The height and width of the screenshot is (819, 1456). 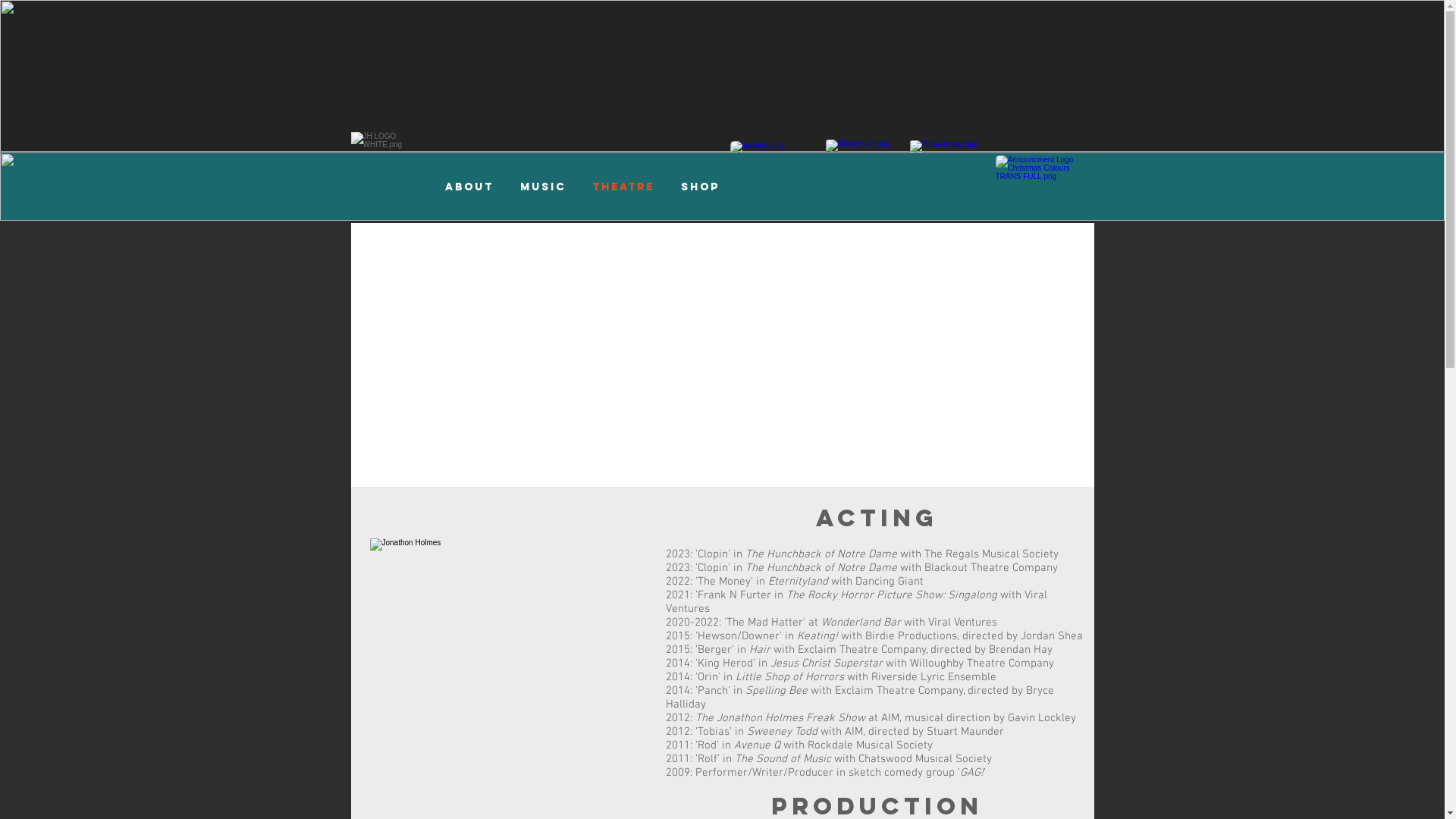 I want to click on 'THEATRE', so click(x=623, y=186).